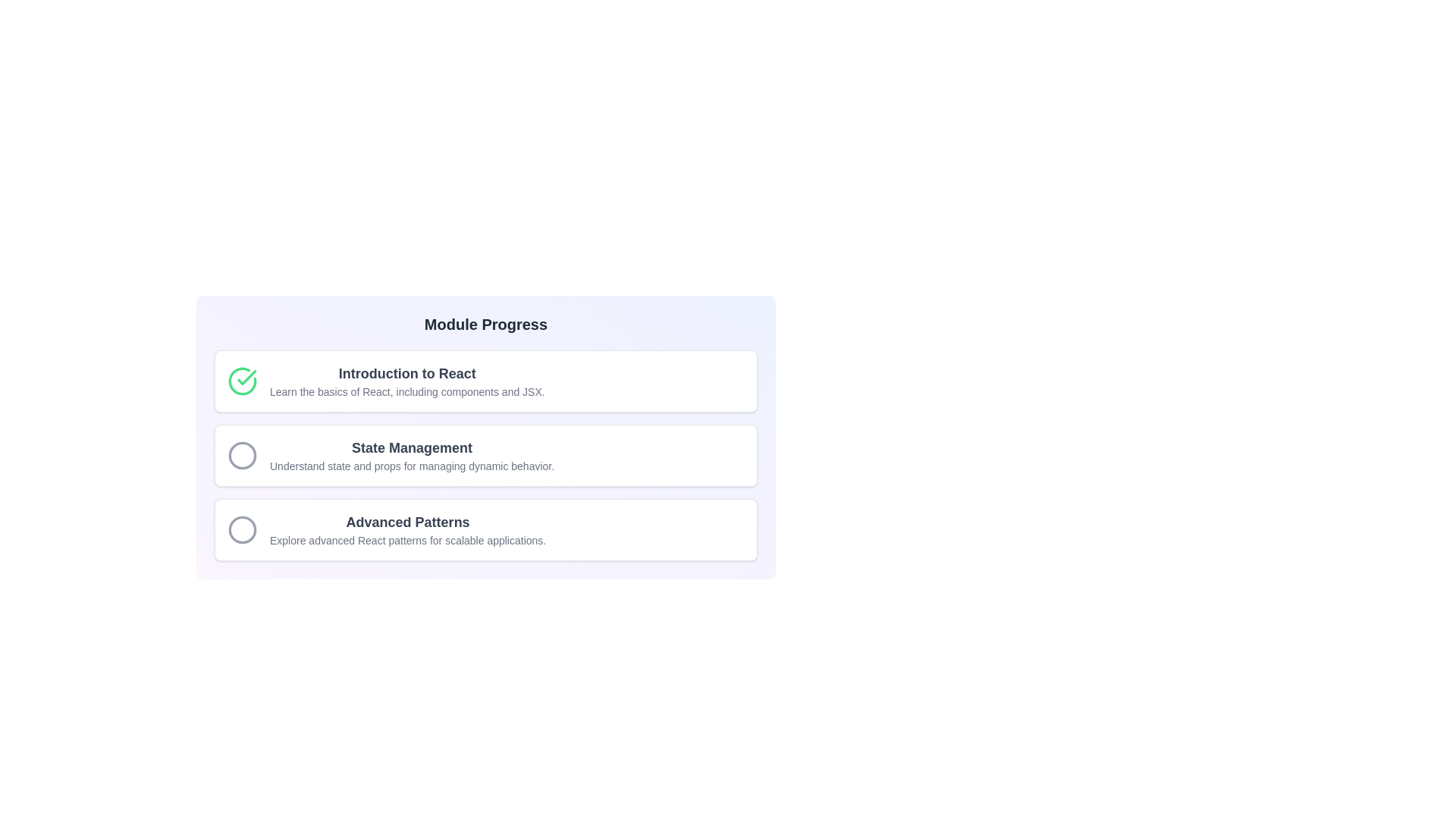  I want to click on the Informational panel titled 'State Management', which features a white background, rounded corners, a shadow effect, and contains a heading and description text, so click(486, 455).